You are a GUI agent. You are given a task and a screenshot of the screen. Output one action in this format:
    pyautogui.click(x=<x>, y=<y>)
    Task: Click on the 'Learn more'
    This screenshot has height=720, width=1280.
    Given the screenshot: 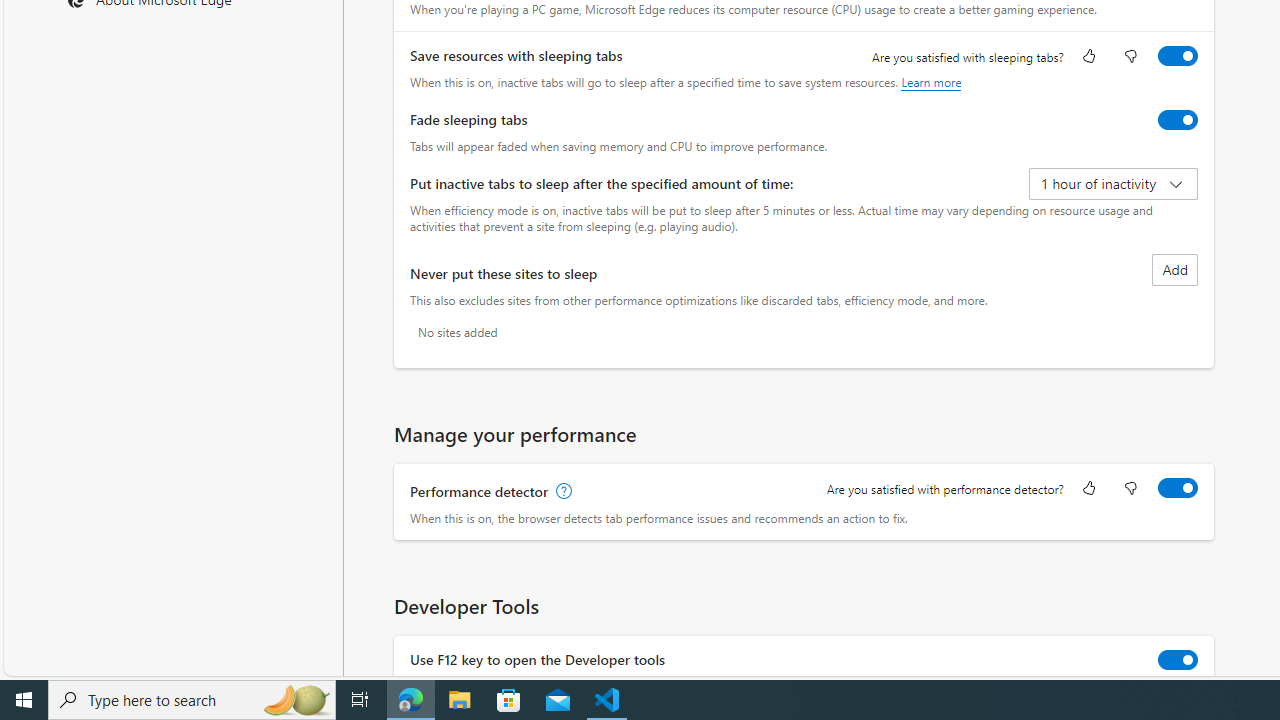 What is the action you would take?
    pyautogui.click(x=930, y=81)
    